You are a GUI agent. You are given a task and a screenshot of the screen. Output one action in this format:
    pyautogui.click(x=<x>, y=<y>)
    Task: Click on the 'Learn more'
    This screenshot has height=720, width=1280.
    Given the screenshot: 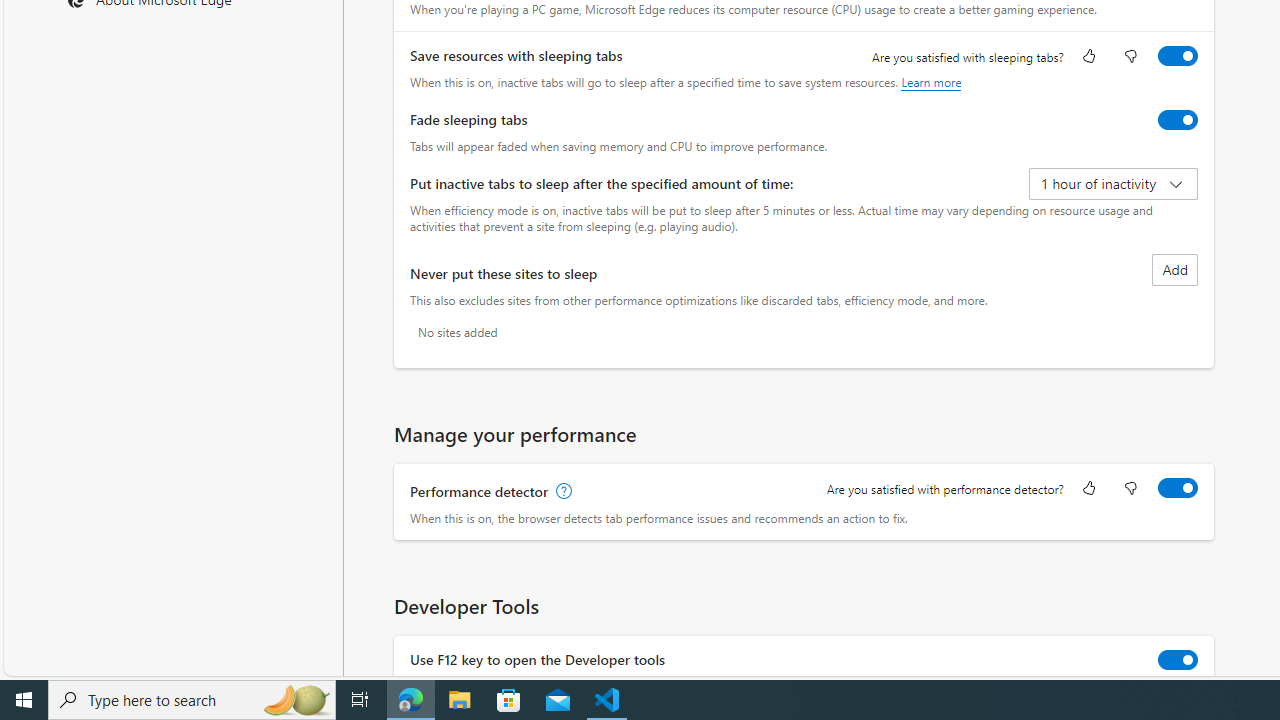 What is the action you would take?
    pyautogui.click(x=930, y=81)
    